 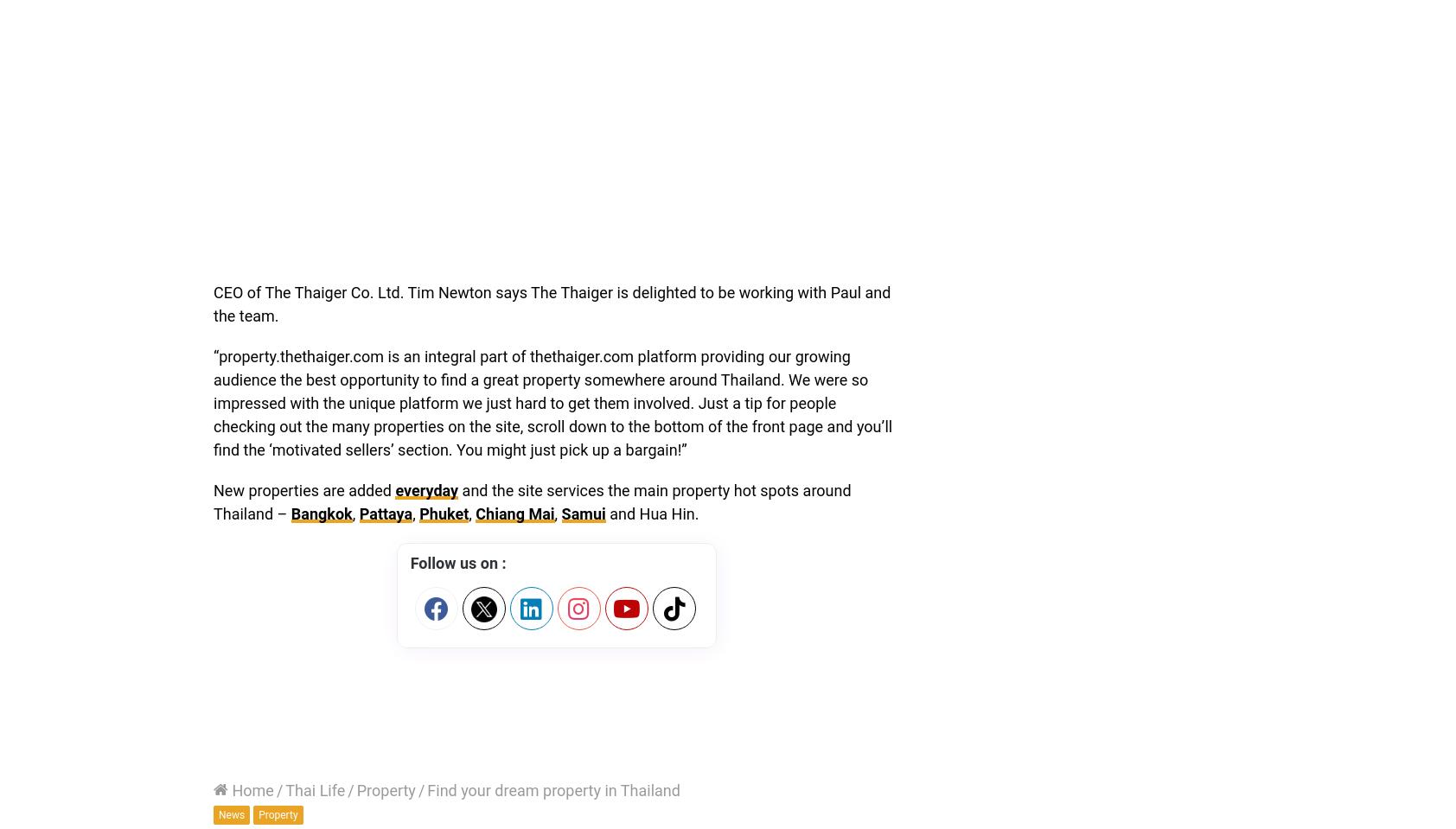 What do you see at coordinates (552, 789) in the screenshot?
I see `'Find your dream property in Thailand'` at bounding box center [552, 789].